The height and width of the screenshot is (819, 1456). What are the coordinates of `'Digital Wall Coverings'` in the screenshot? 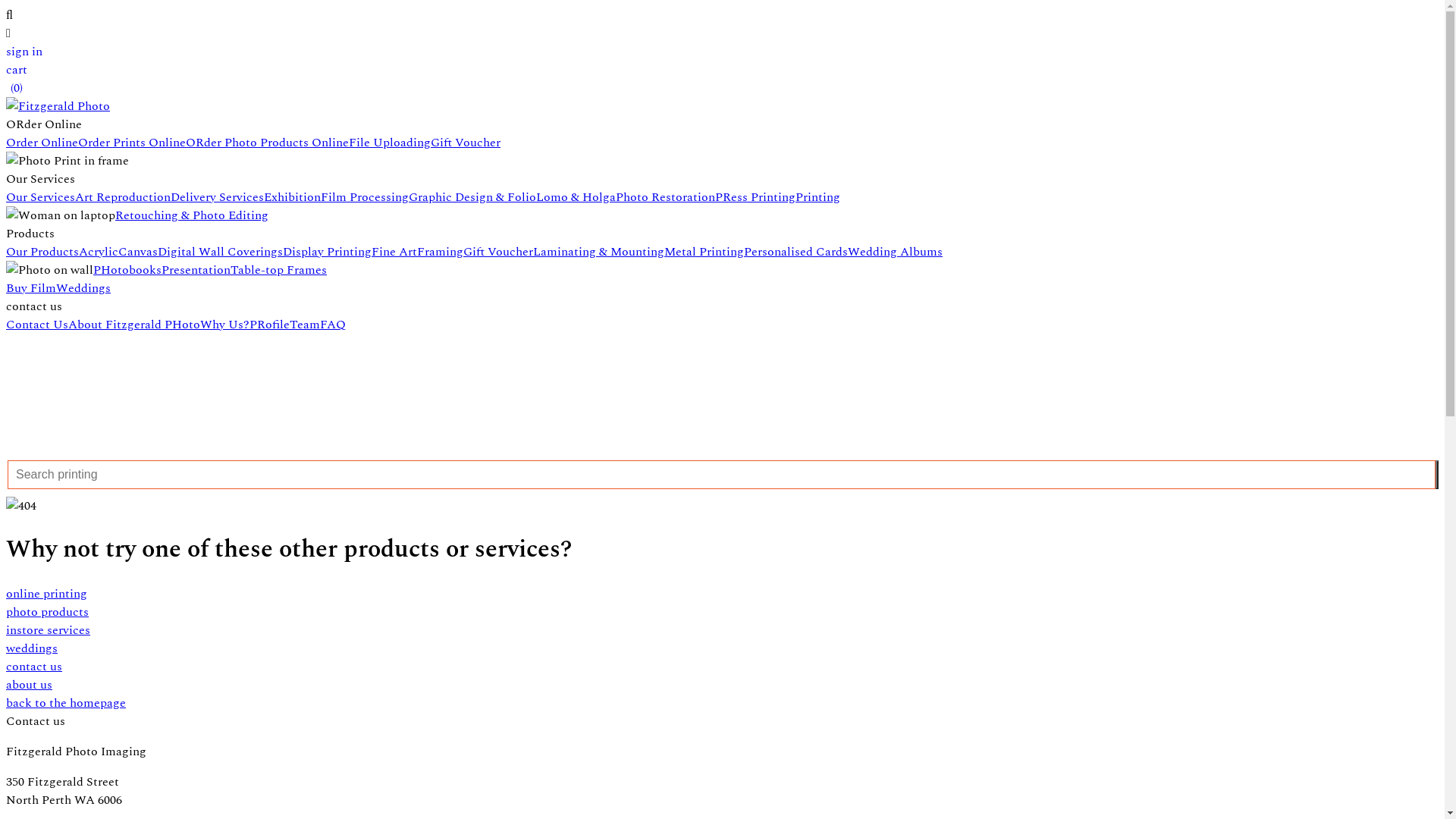 It's located at (219, 250).